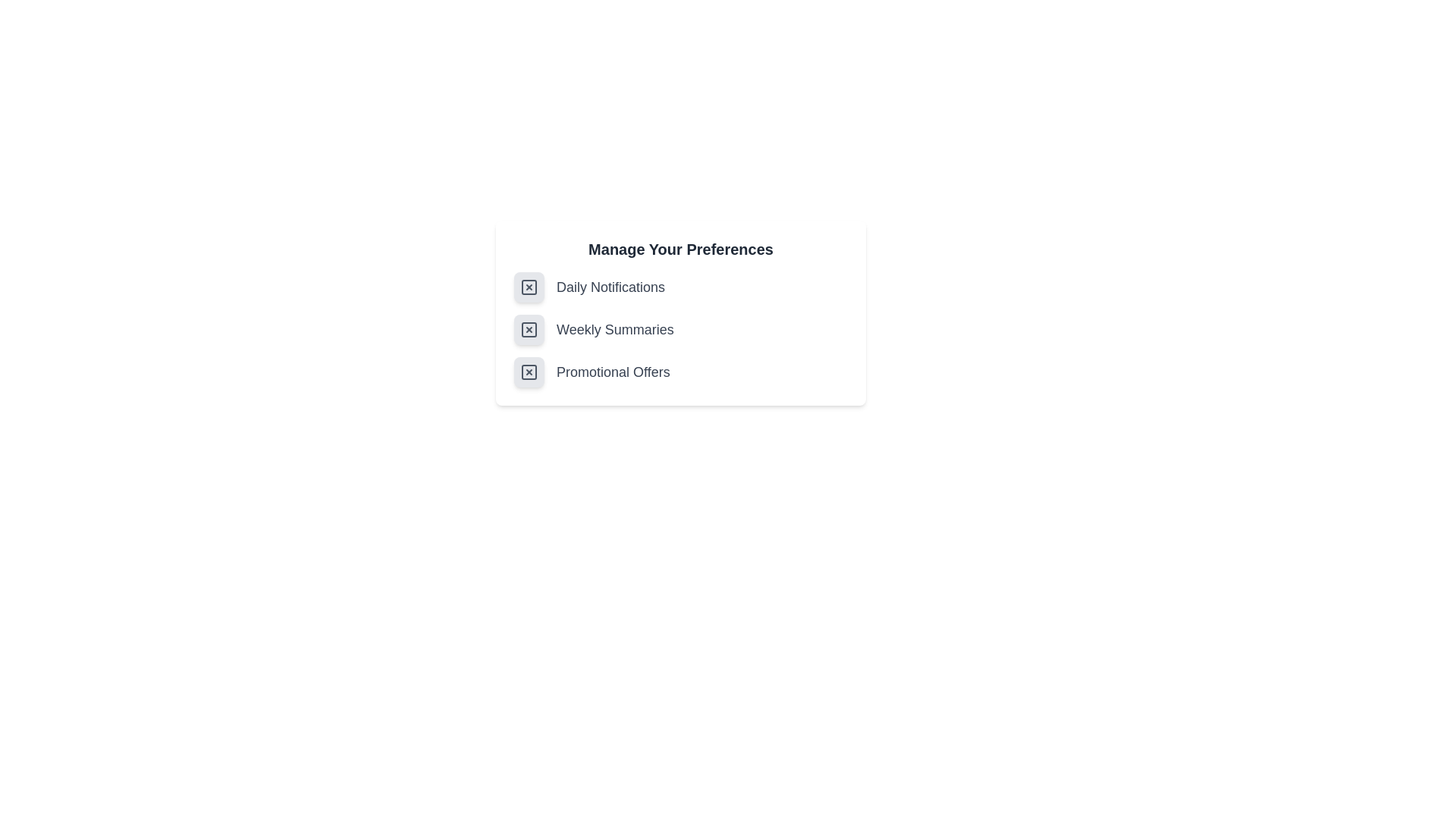 The width and height of the screenshot is (1456, 819). I want to click on the button that removes or deactivates the 'Daily Notifications' option, located as the first item in a vertical list, aligned to the left, so click(529, 287).